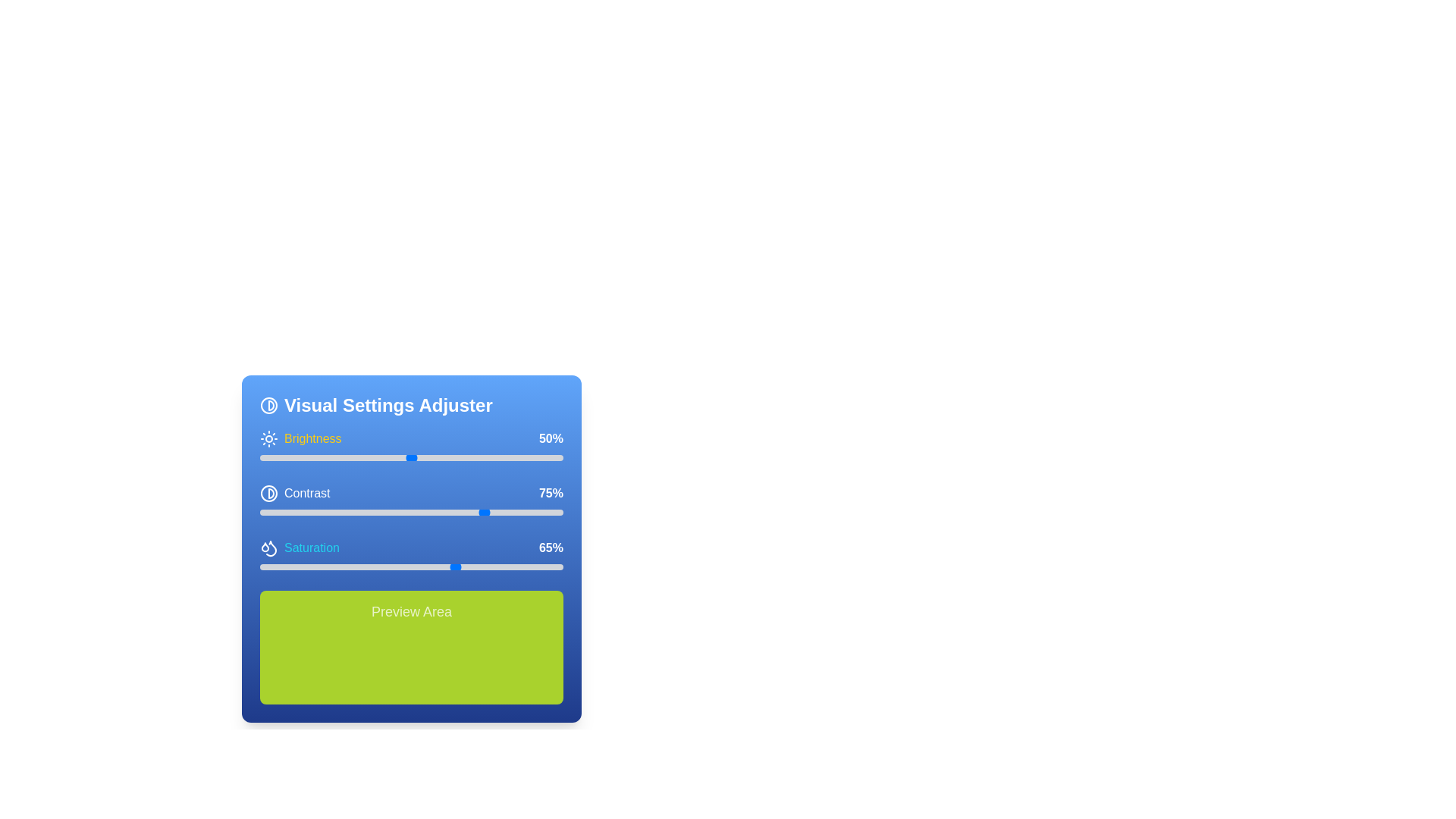 This screenshot has height=819, width=1456. What do you see at coordinates (548, 548) in the screenshot?
I see `the static text label displaying '65%' on a blue background, which is located to the right of the 'Saturation' label in the 'Visual Settings Adjuster' interface` at bounding box center [548, 548].